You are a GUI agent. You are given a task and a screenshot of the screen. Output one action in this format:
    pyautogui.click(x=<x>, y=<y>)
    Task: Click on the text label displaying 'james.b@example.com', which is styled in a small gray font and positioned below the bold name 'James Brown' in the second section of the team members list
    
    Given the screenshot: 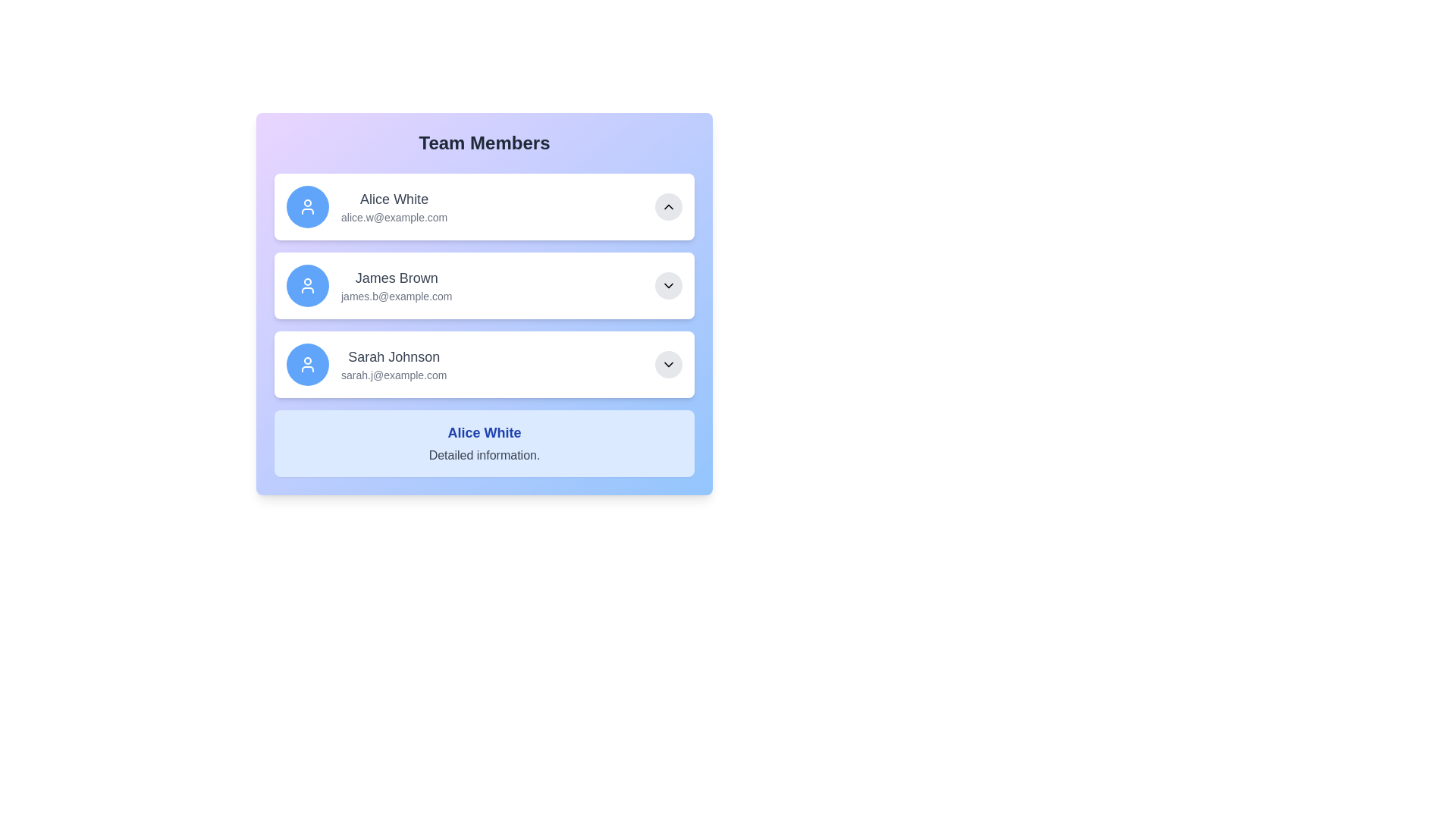 What is the action you would take?
    pyautogui.click(x=397, y=296)
    